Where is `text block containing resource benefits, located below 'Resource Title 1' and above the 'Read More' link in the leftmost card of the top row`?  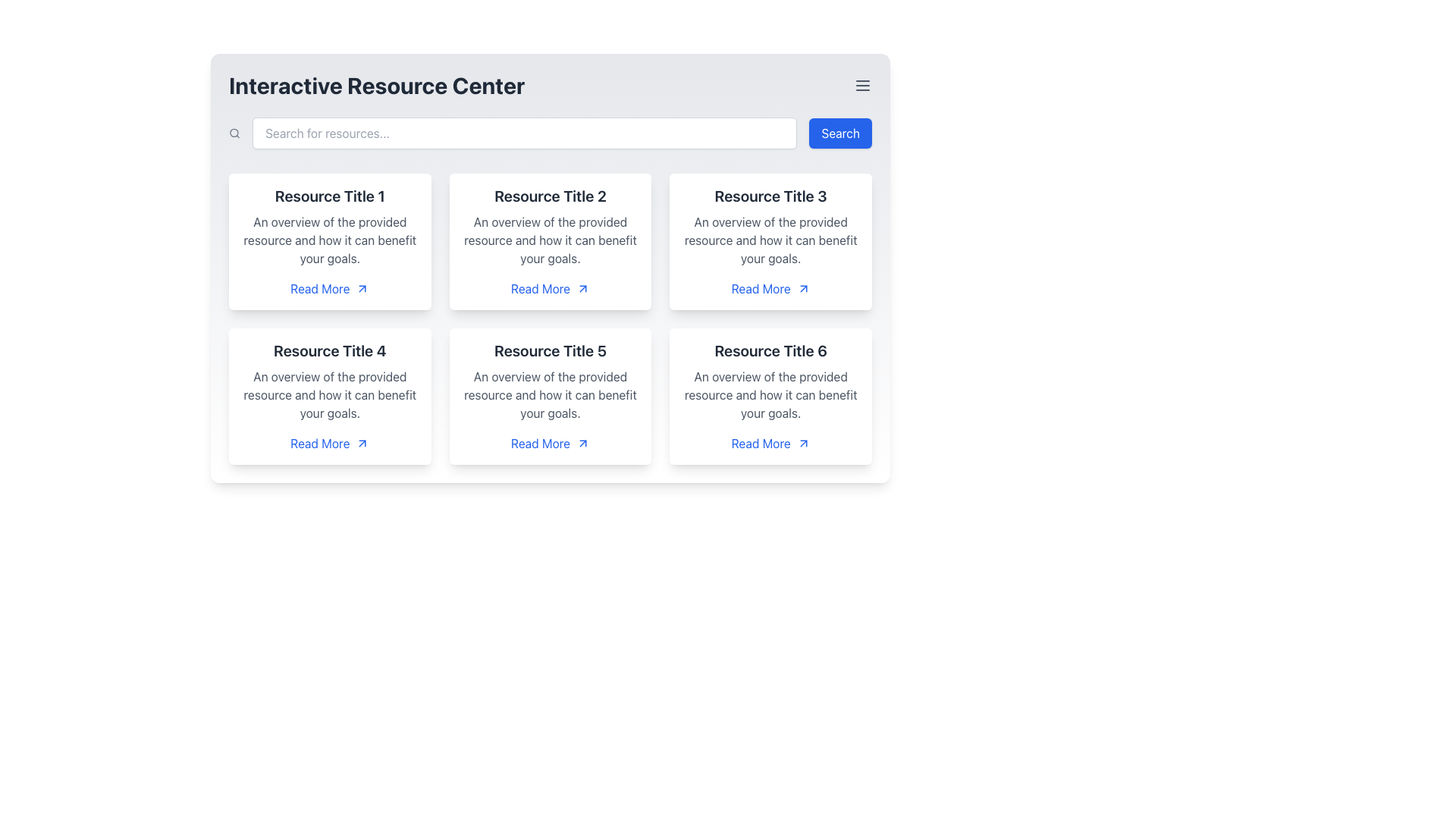 text block containing resource benefits, located below 'Resource Title 1' and above the 'Read More' link in the leftmost card of the top row is located at coordinates (329, 239).